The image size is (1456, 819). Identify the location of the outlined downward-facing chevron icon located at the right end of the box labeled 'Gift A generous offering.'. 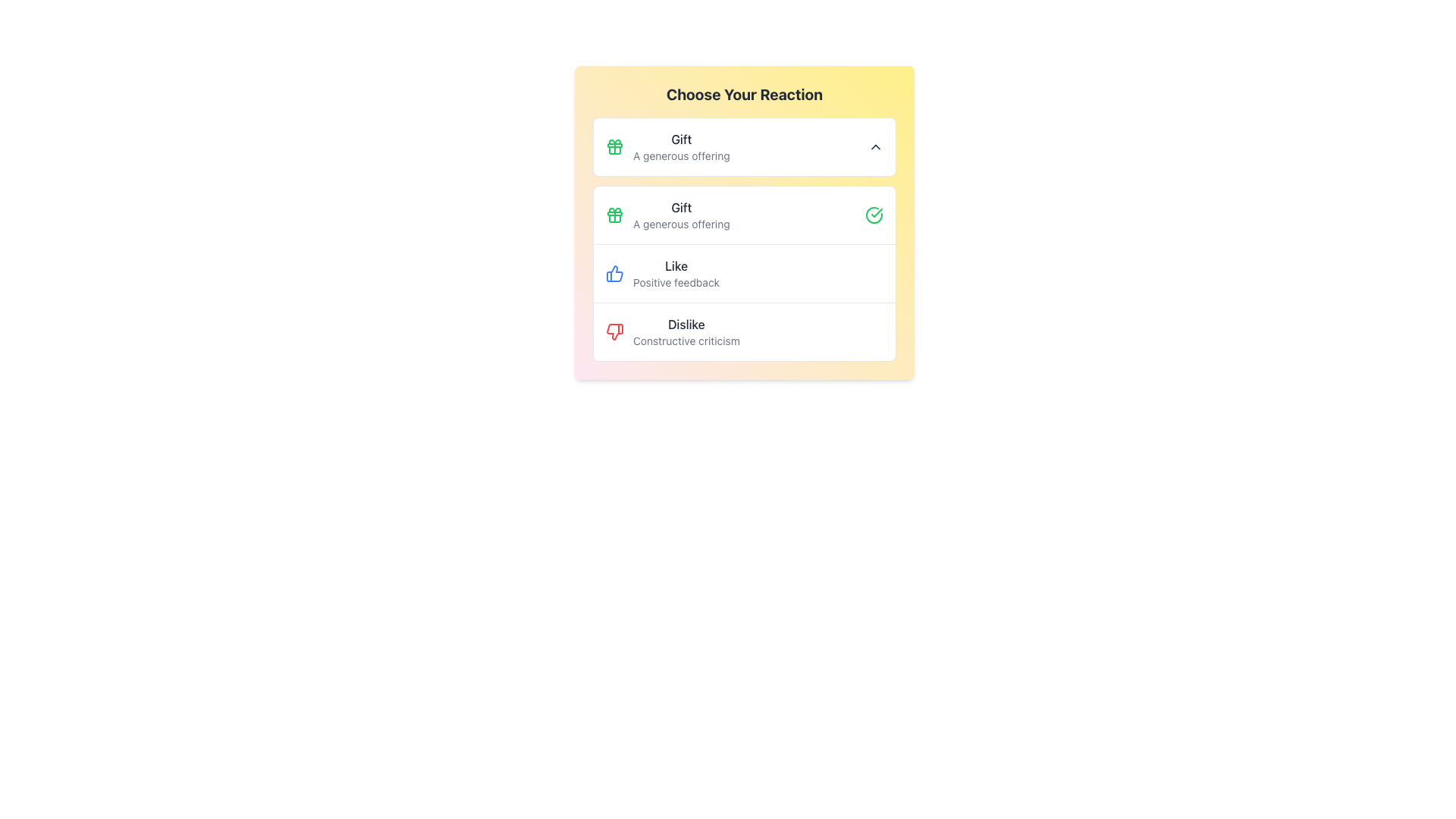
(876, 146).